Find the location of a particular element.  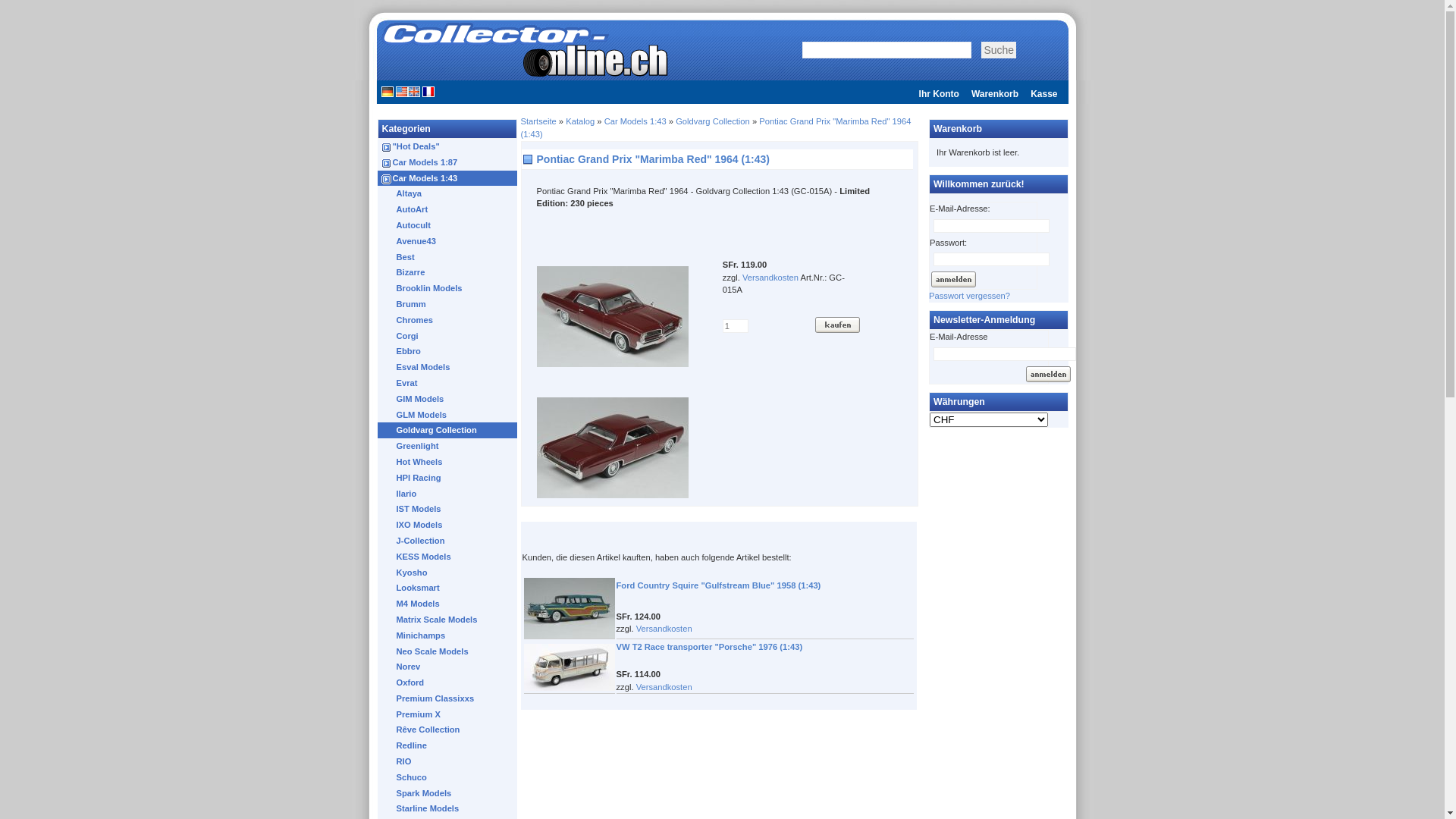

'Esval Models' is located at coordinates (449, 367).